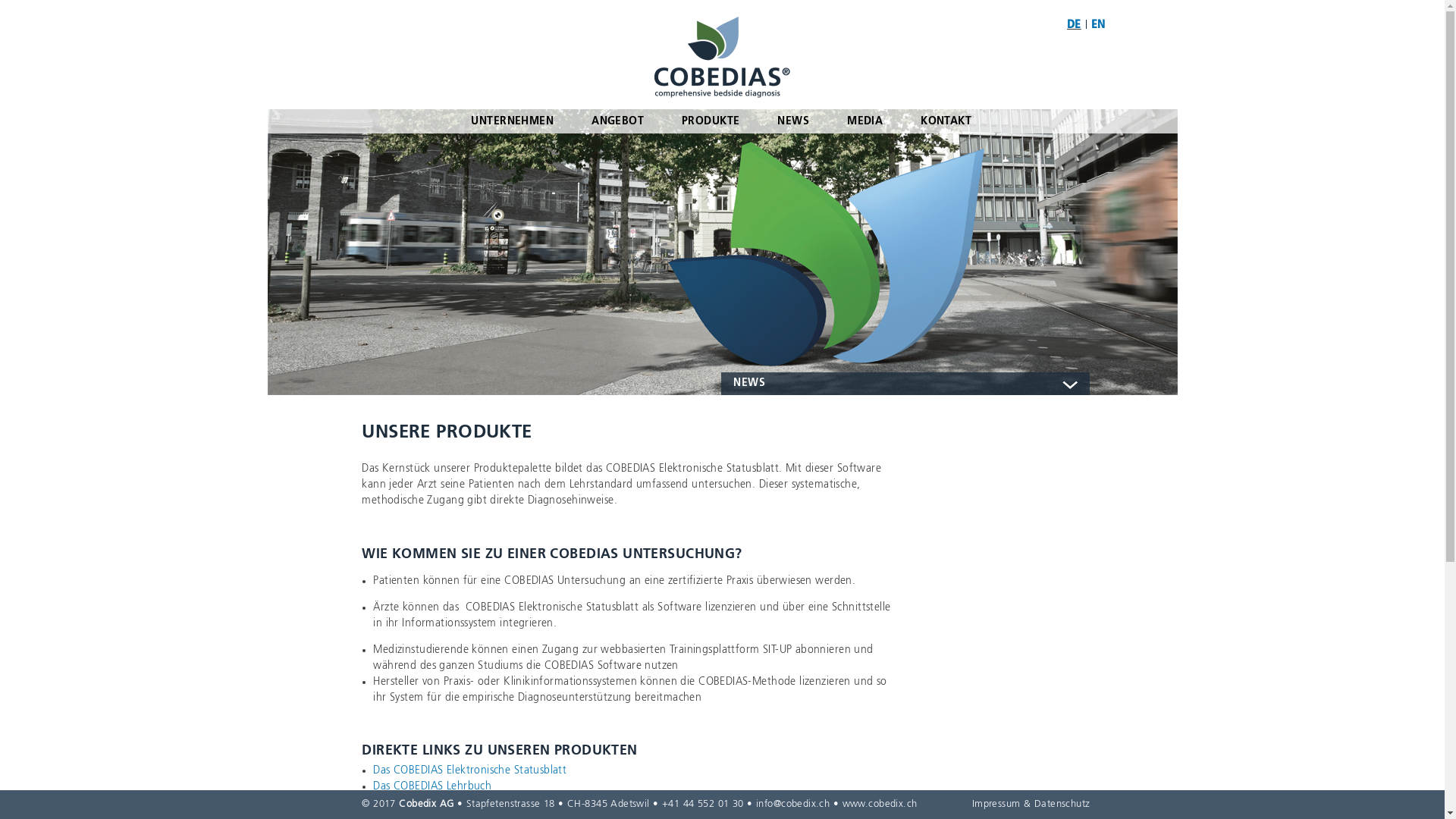 The image size is (1456, 819). What do you see at coordinates (841, 803) in the screenshot?
I see `'www.cobedix.ch'` at bounding box center [841, 803].